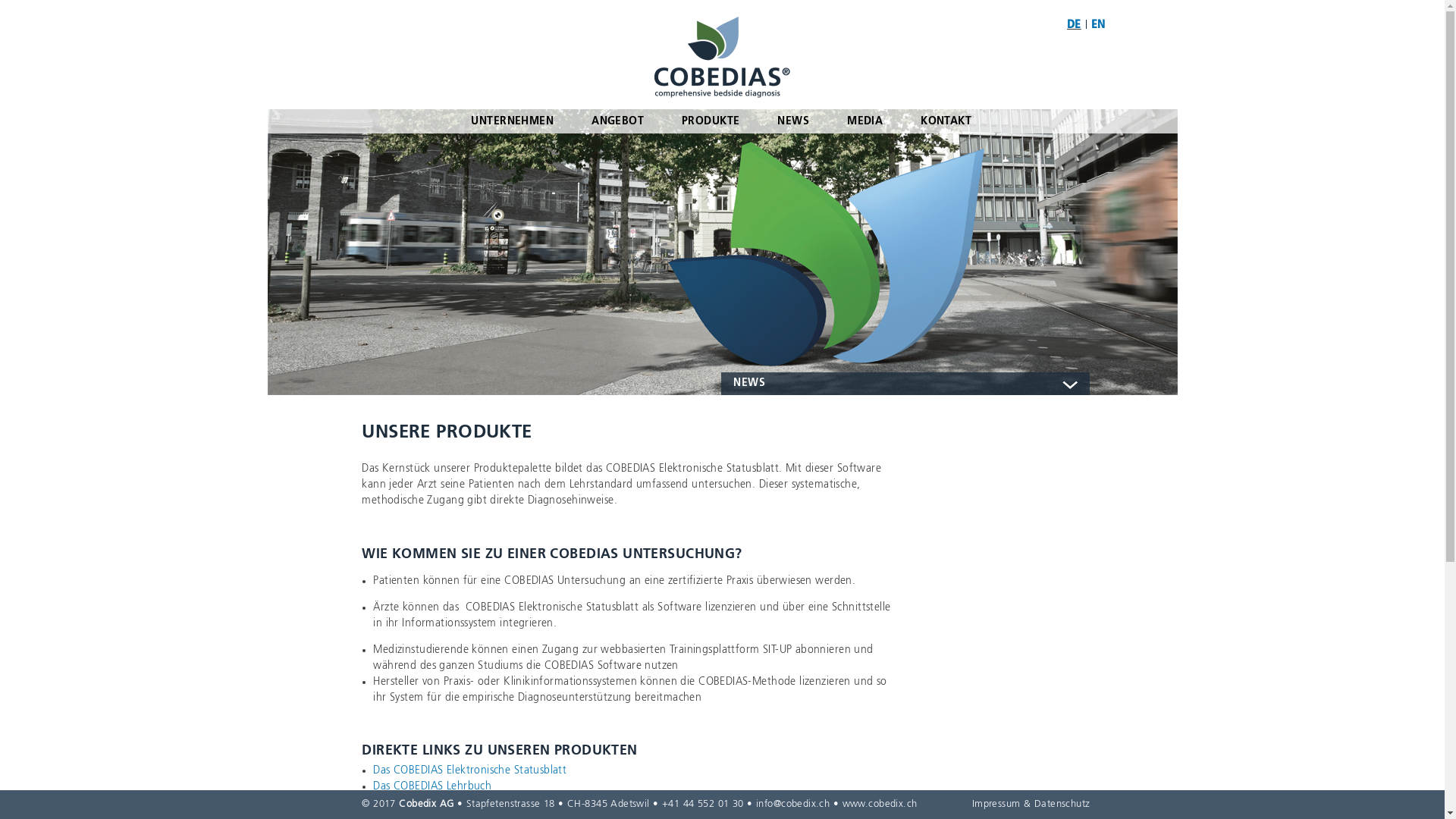 The image size is (1456, 819). What do you see at coordinates (841, 803) in the screenshot?
I see `'www.cobedix.ch'` at bounding box center [841, 803].